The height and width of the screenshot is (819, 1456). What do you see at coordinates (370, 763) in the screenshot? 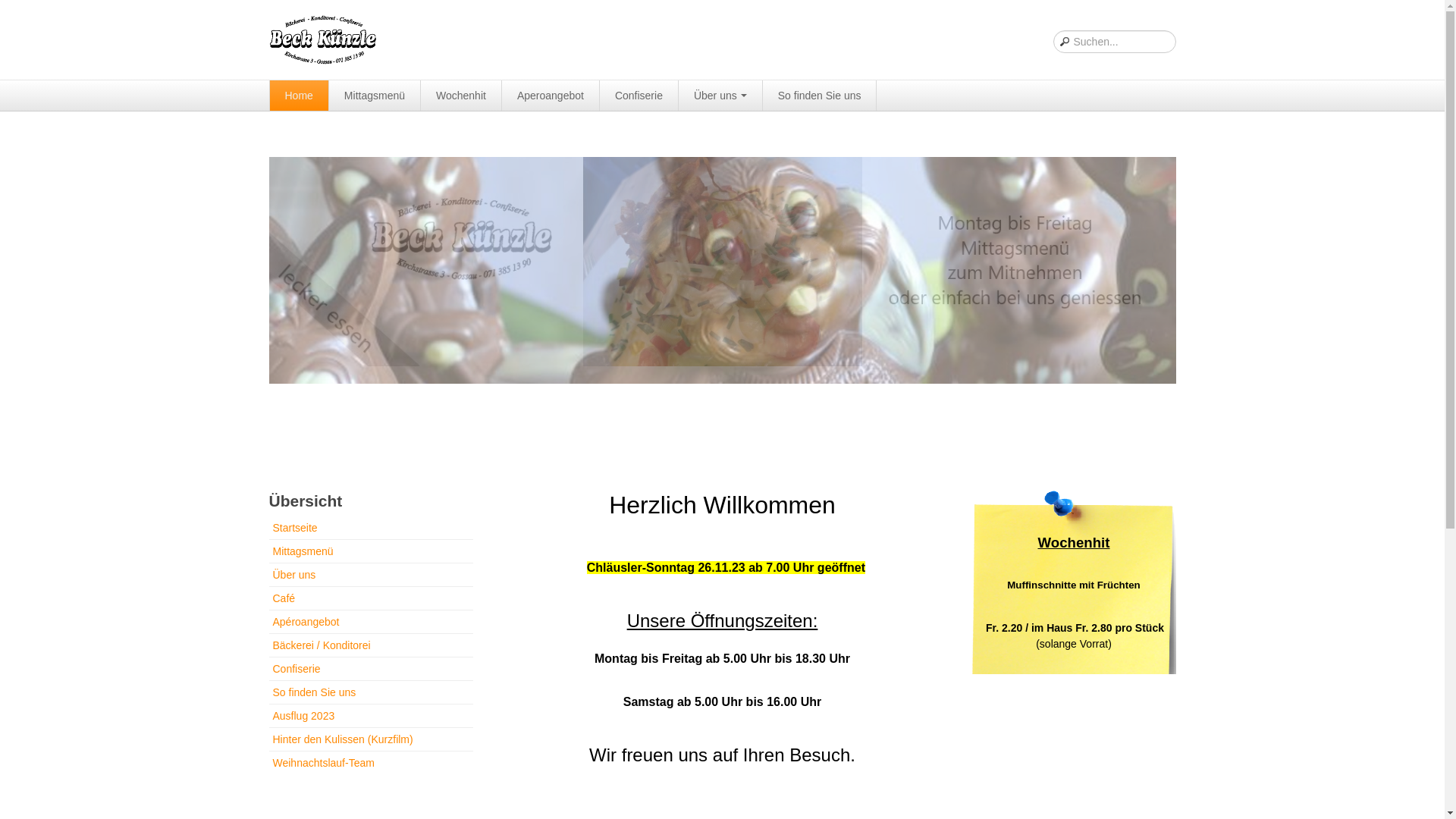
I see `'Weihnachtslauf-Team'` at bounding box center [370, 763].